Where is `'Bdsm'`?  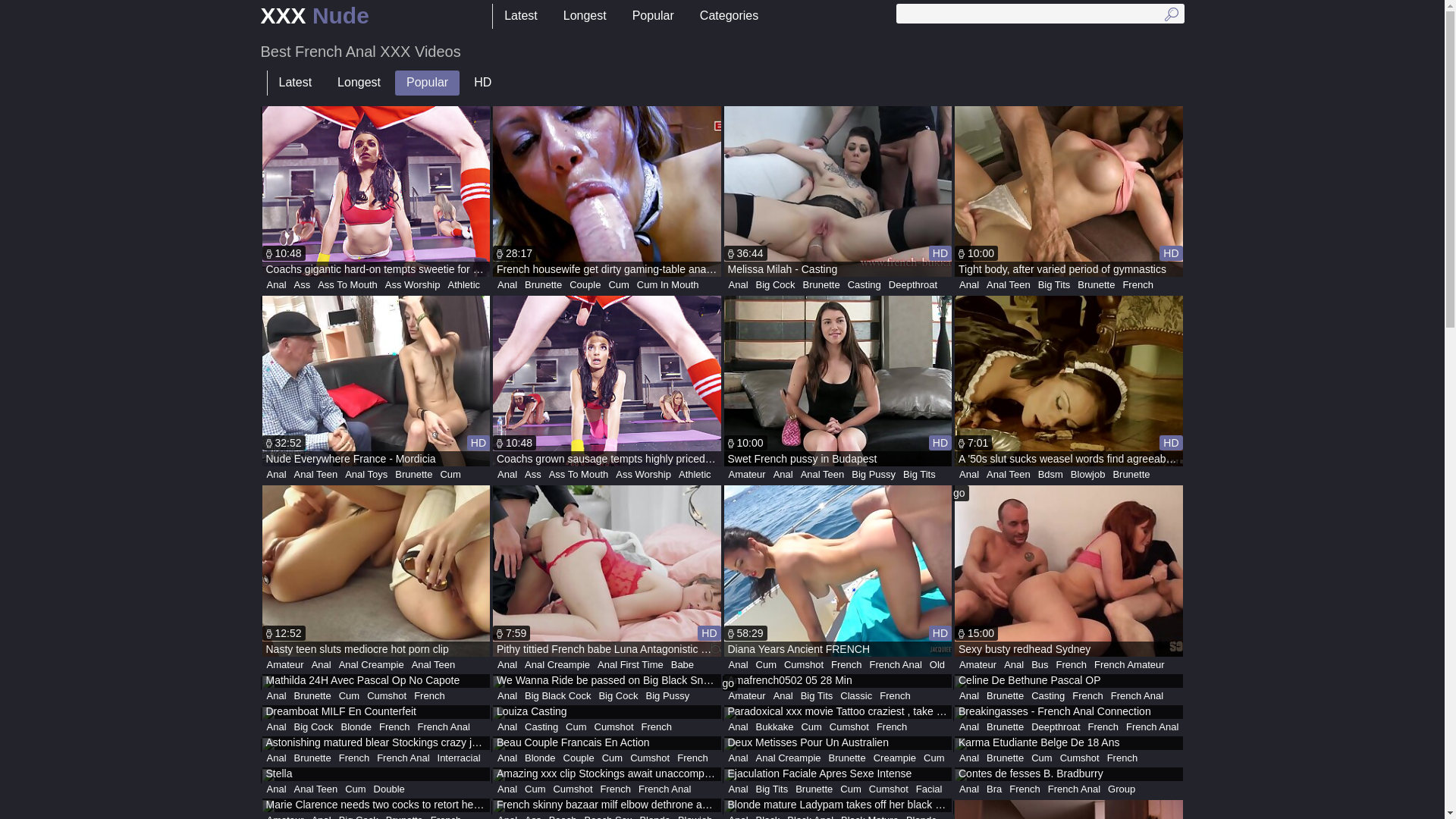
'Bdsm' is located at coordinates (1050, 473).